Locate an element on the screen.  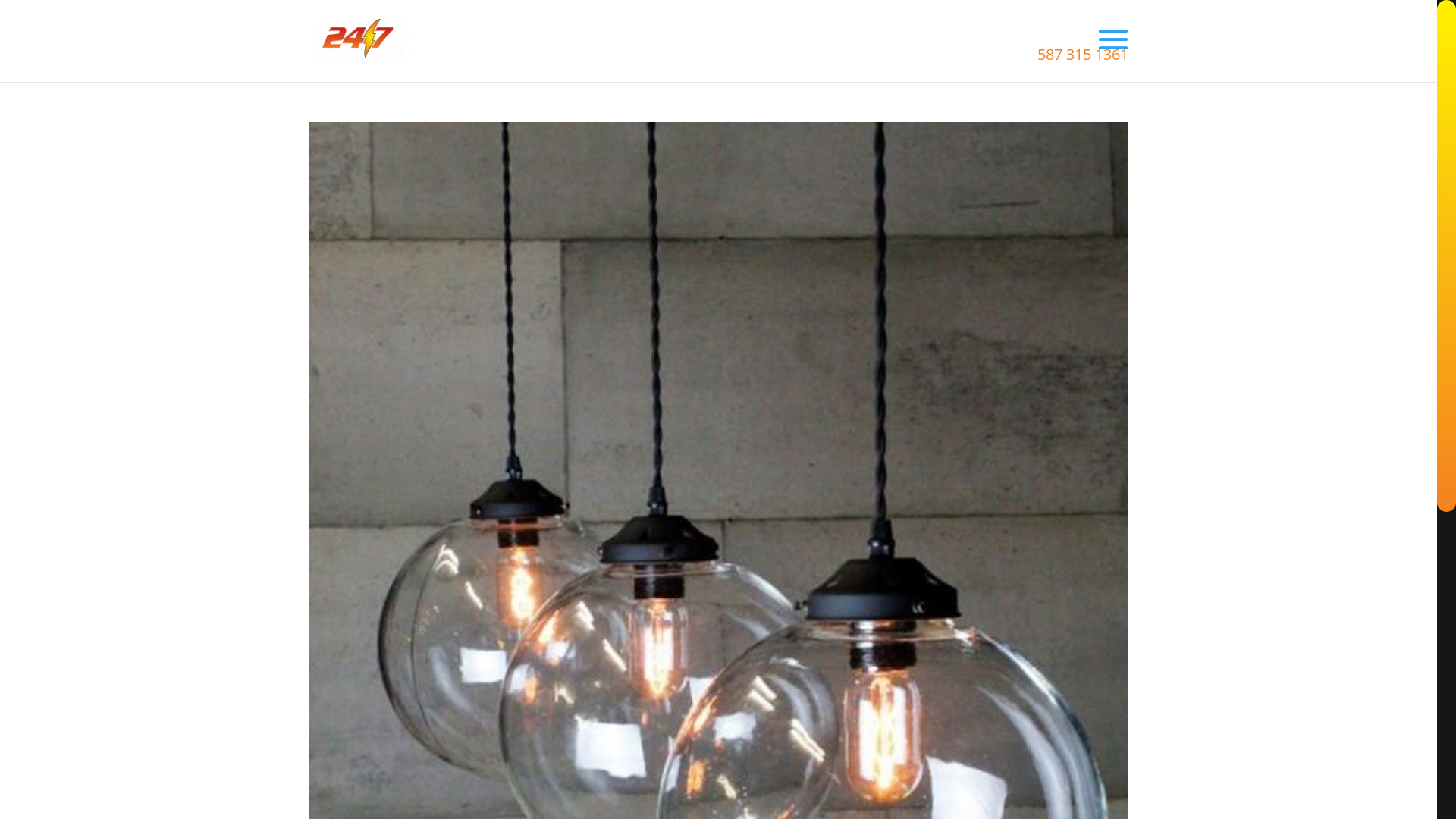
'587 315 1361' is located at coordinates (1082, 53).